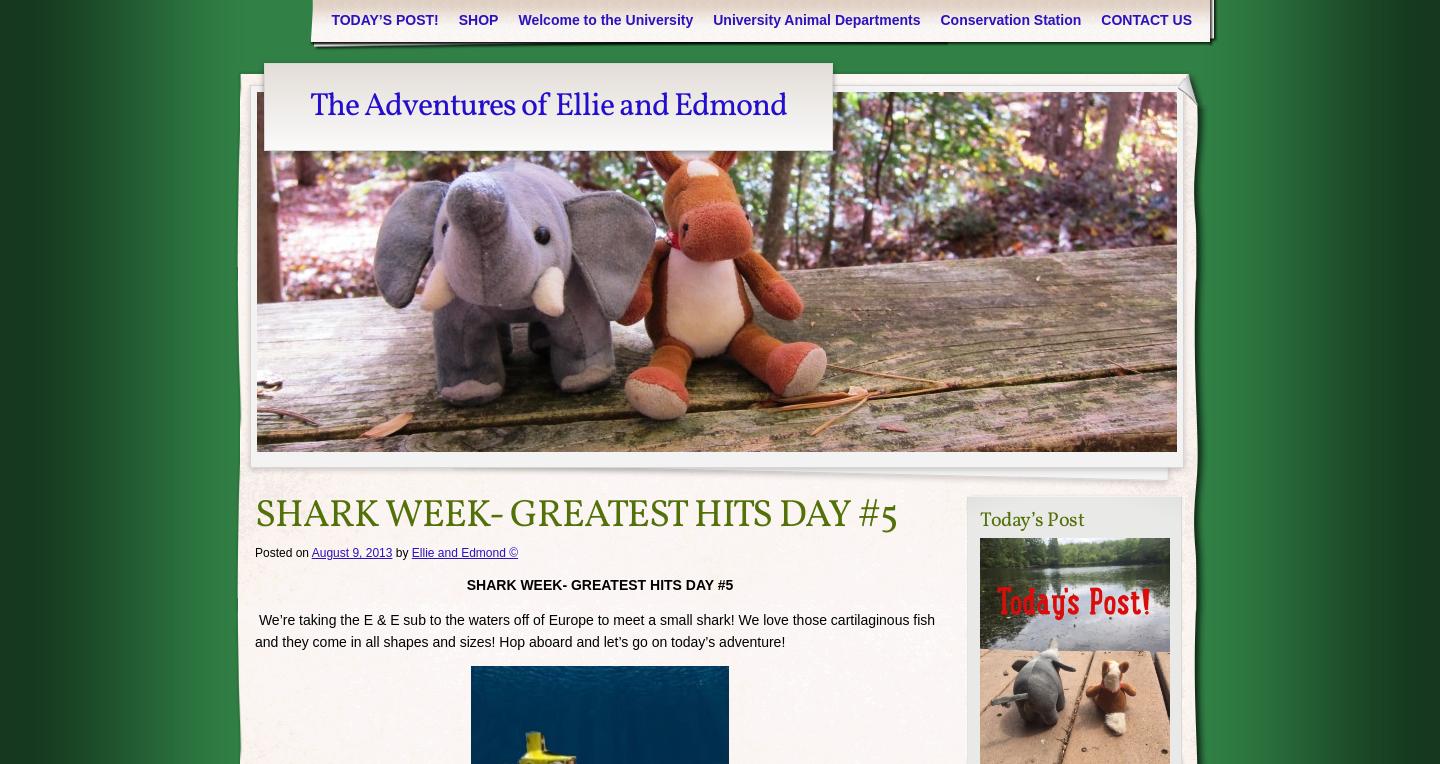 The height and width of the screenshot is (764, 1440). I want to click on 'Ellie and Edmond ©', so click(464, 552).